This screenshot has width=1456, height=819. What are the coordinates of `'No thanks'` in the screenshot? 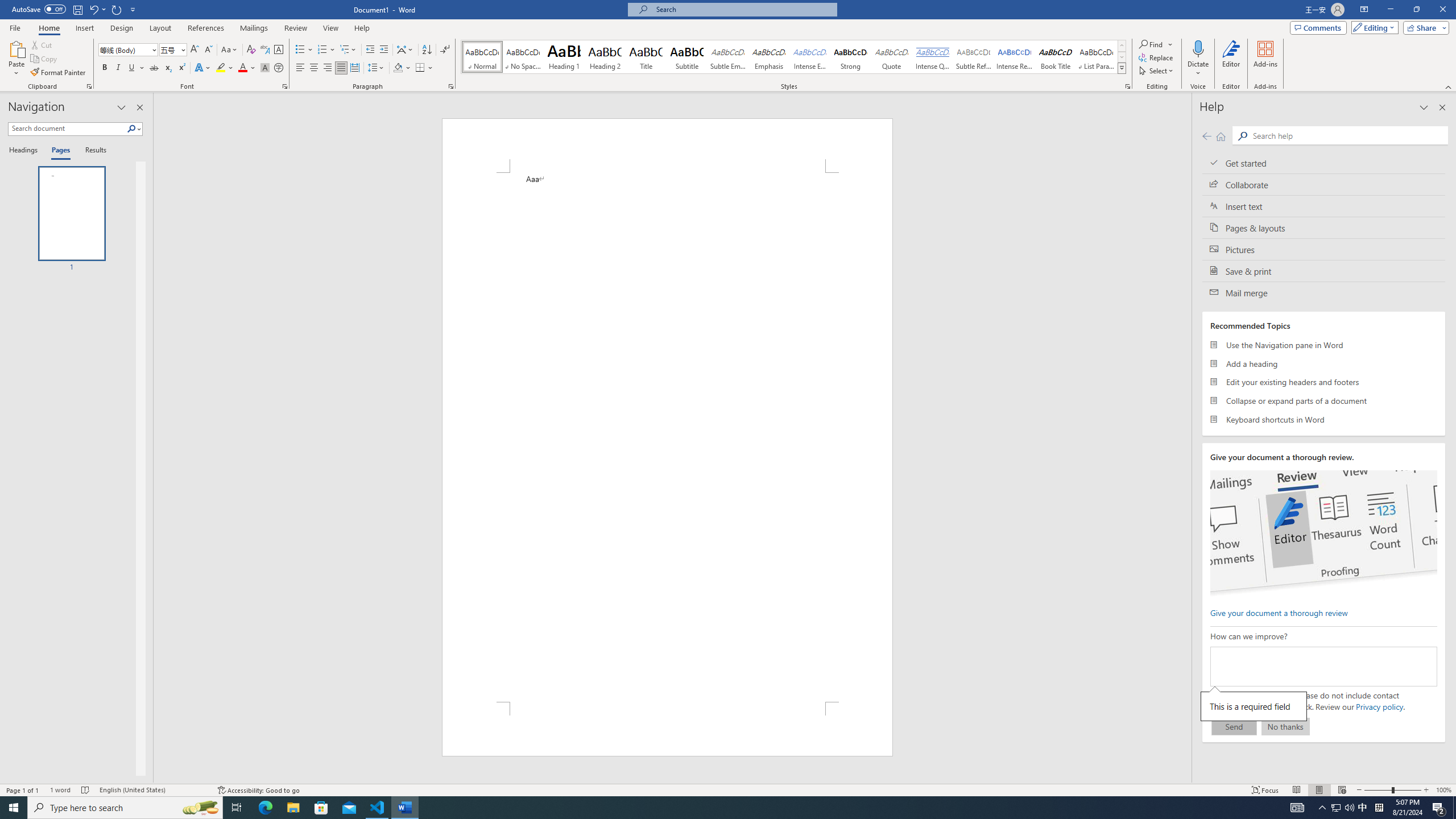 It's located at (1285, 726).